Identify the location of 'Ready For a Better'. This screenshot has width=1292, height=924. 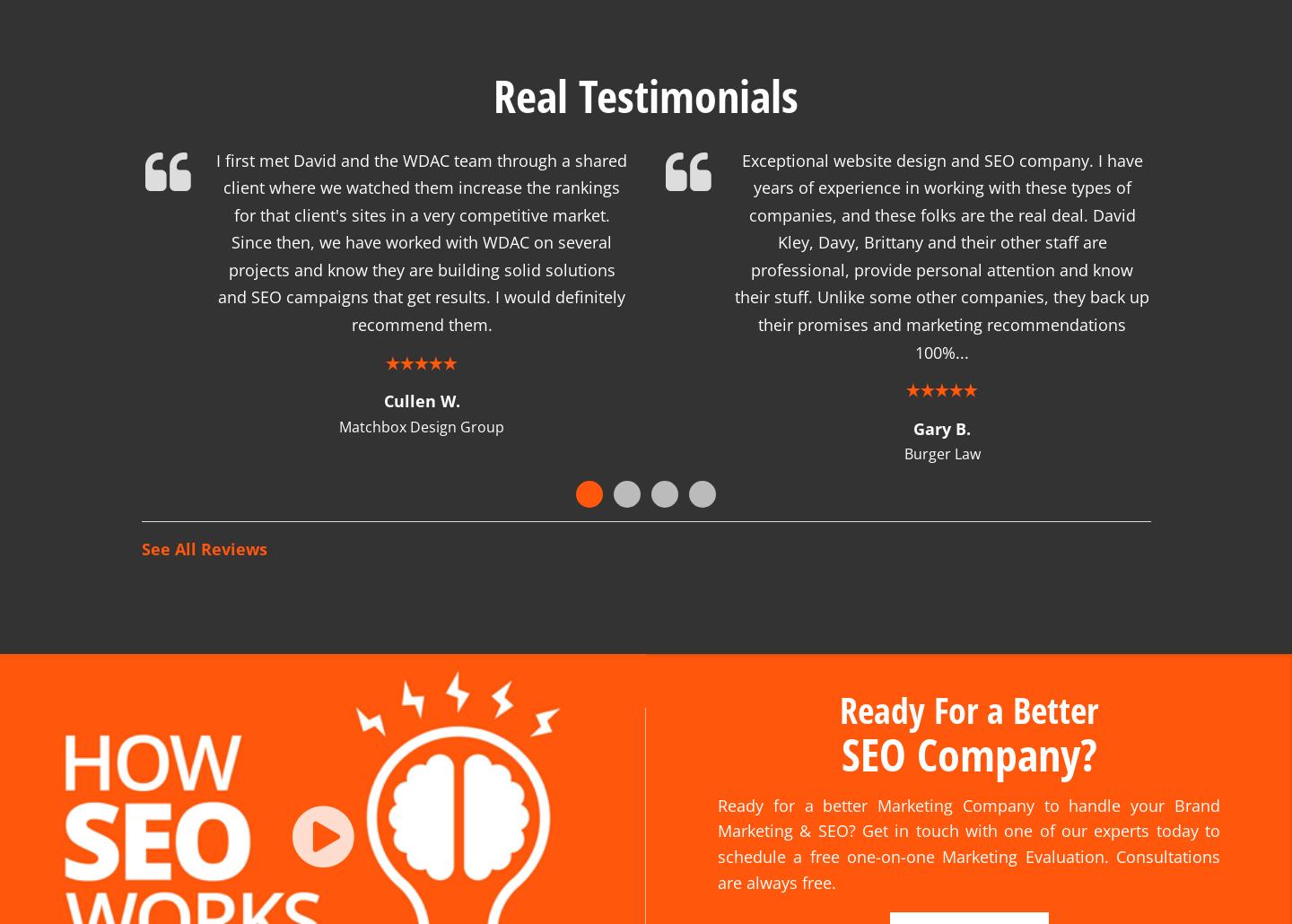
(969, 687).